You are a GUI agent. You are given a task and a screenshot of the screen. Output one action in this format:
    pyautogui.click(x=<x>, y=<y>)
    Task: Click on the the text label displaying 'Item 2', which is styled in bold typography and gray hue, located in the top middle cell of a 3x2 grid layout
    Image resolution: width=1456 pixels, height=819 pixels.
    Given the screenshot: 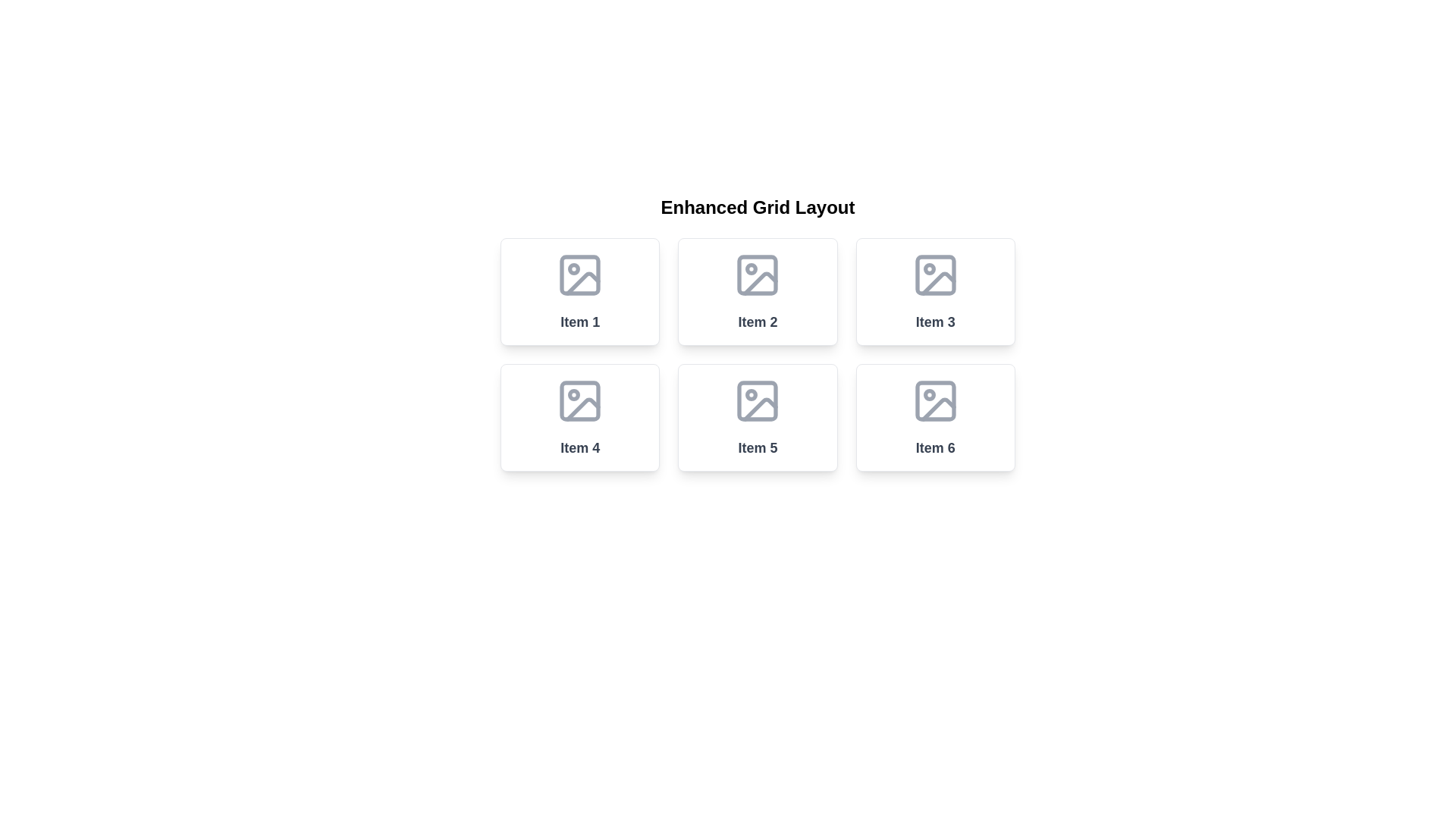 What is the action you would take?
    pyautogui.click(x=758, y=321)
    